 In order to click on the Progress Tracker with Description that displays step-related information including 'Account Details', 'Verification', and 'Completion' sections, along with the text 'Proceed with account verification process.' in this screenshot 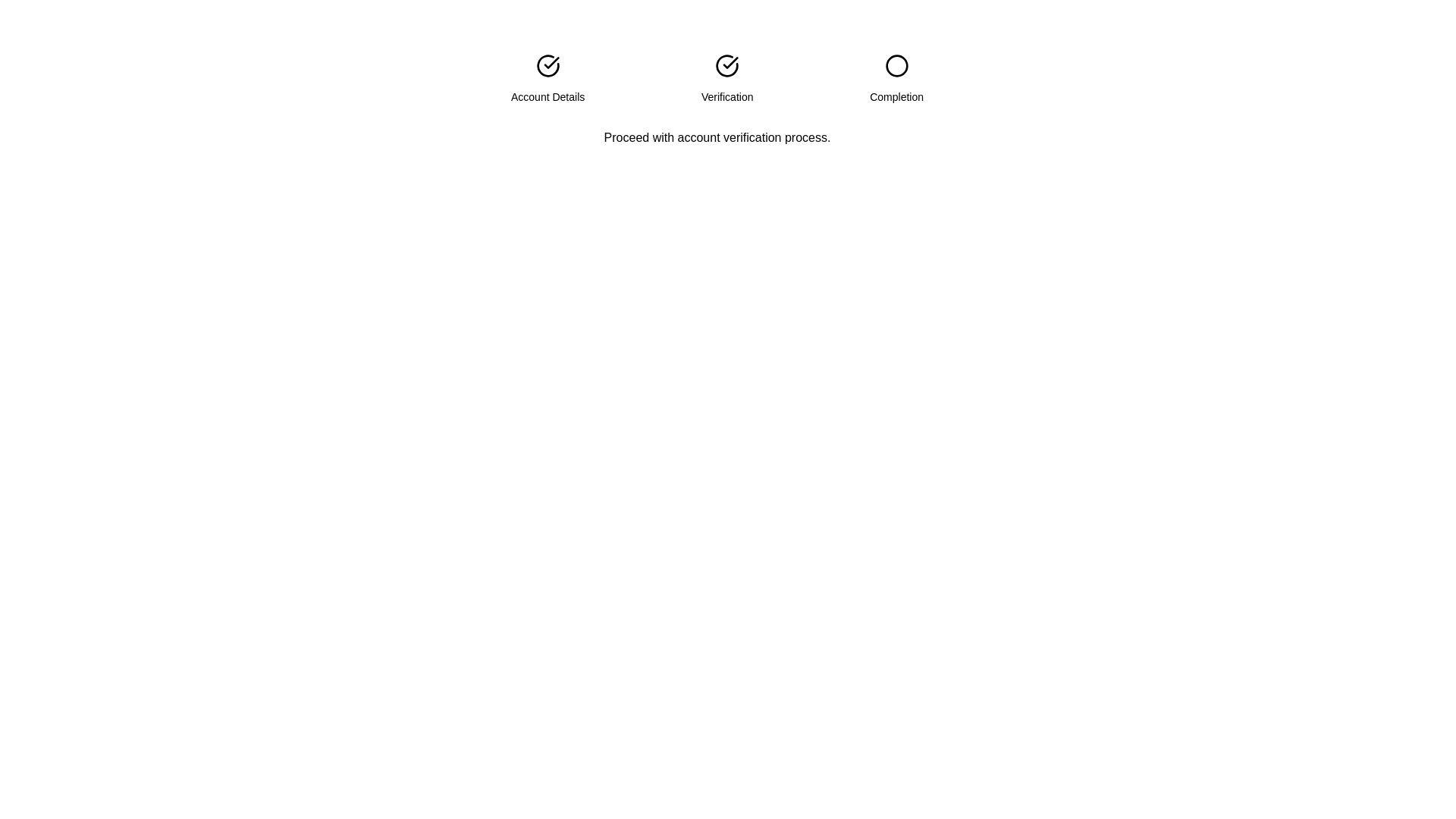, I will do `click(716, 100)`.